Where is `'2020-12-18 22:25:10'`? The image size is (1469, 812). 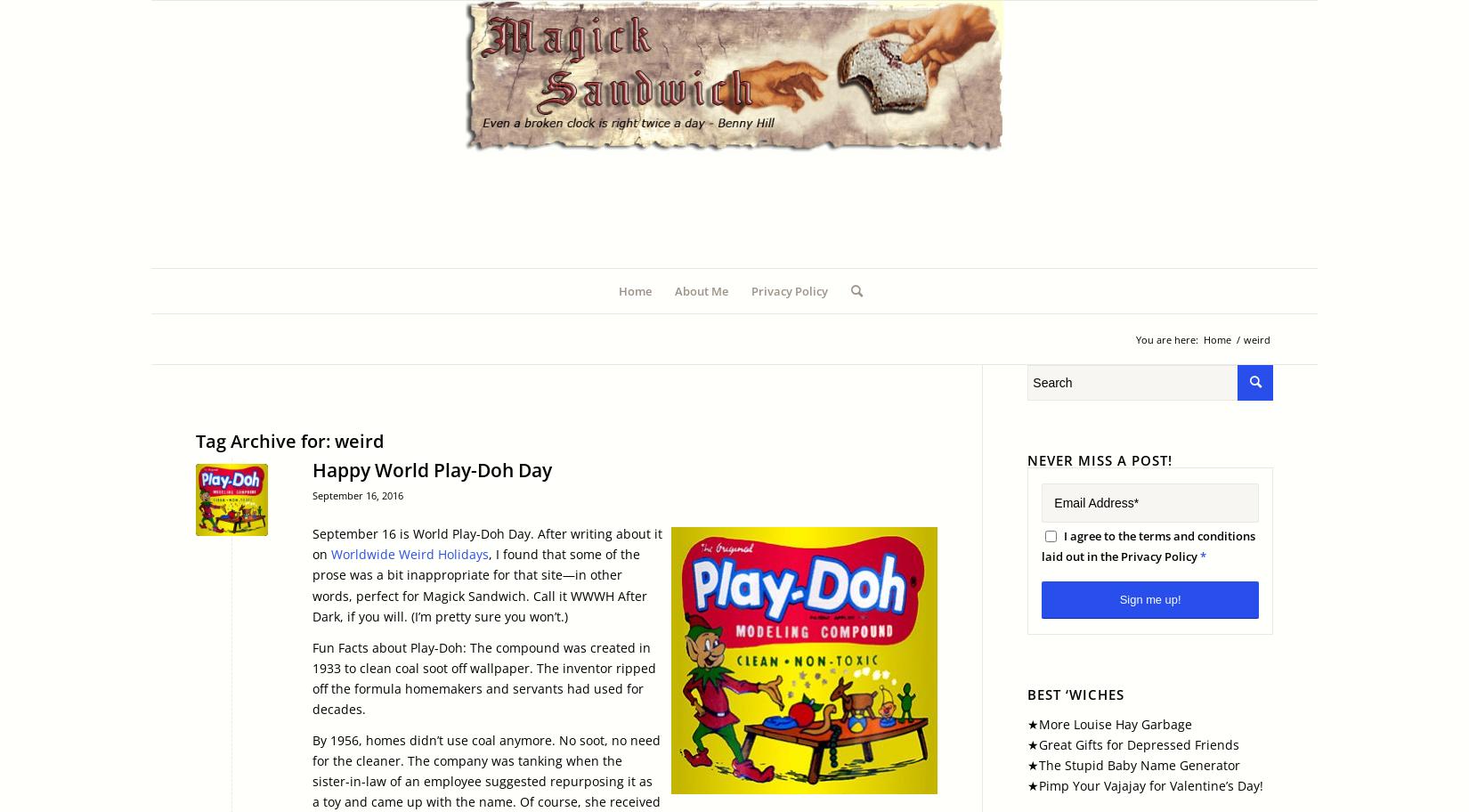
'2020-12-18 22:25:10' is located at coordinates (576, 499).